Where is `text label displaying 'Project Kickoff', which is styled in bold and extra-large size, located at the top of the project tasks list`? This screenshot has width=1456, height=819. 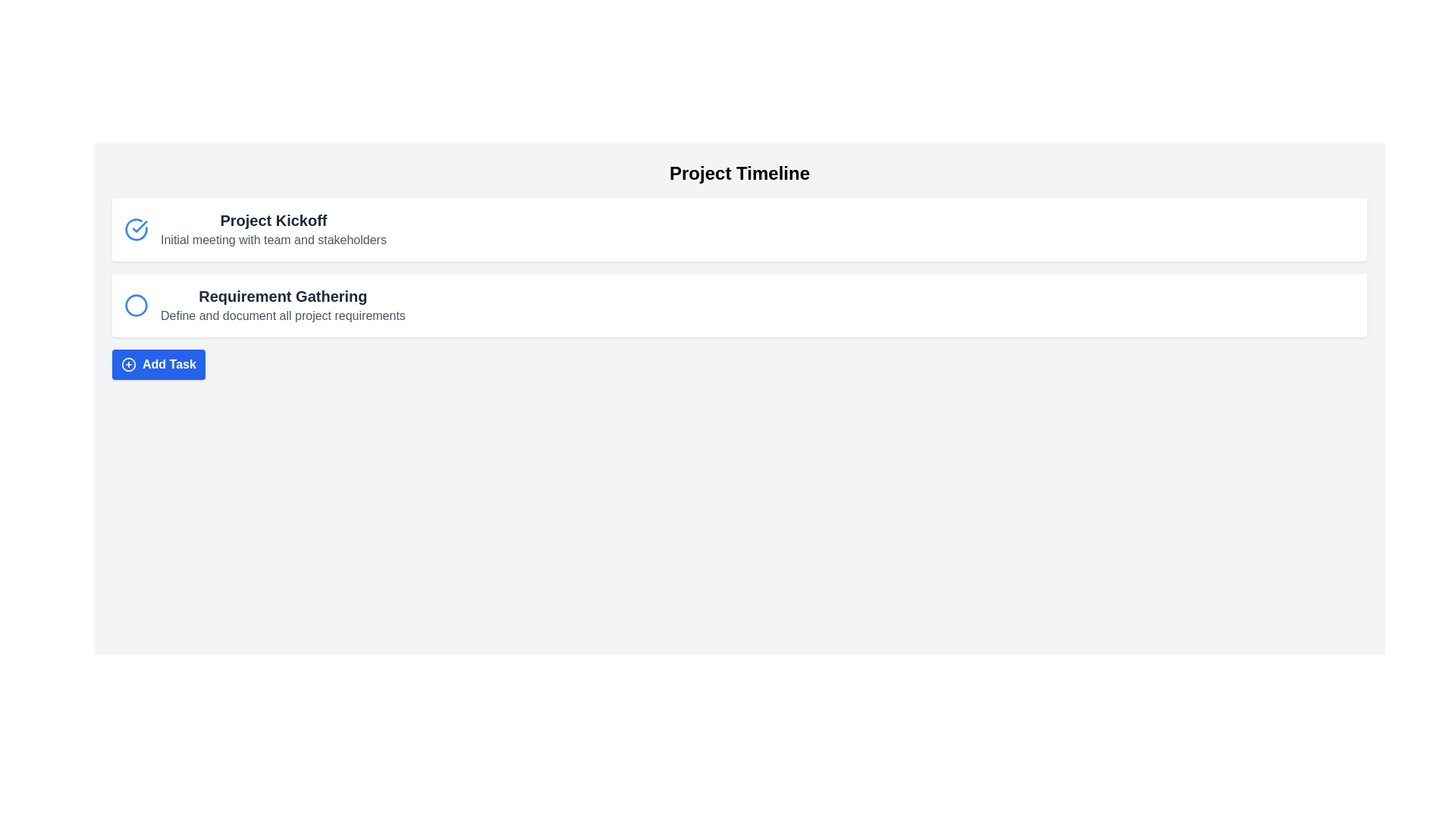
text label displaying 'Project Kickoff', which is styled in bold and extra-large size, located at the top of the project tasks list is located at coordinates (273, 220).